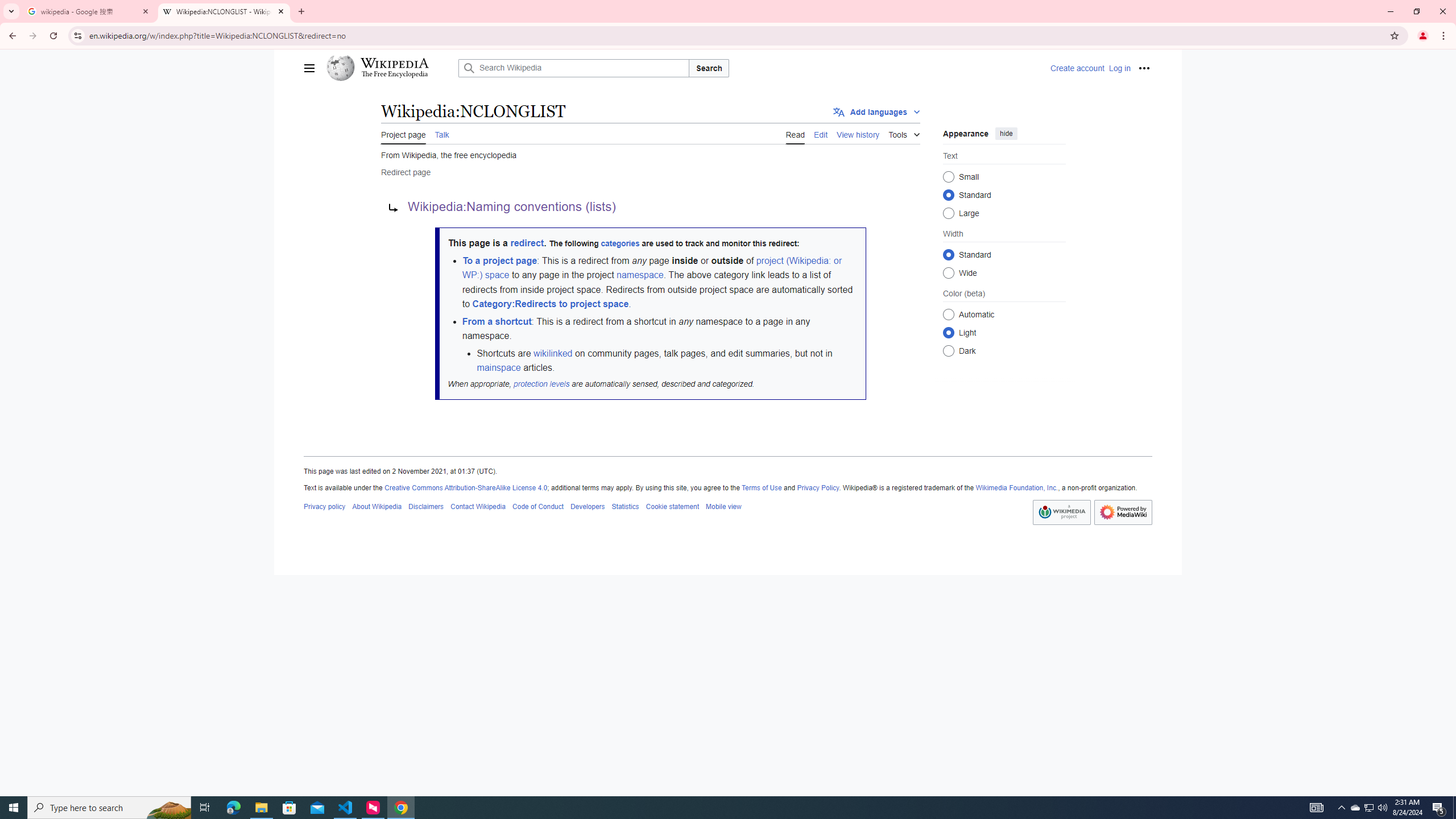 The width and height of the screenshot is (1456, 819). What do you see at coordinates (586, 506) in the screenshot?
I see `'Developers'` at bounding box center [586, 506].